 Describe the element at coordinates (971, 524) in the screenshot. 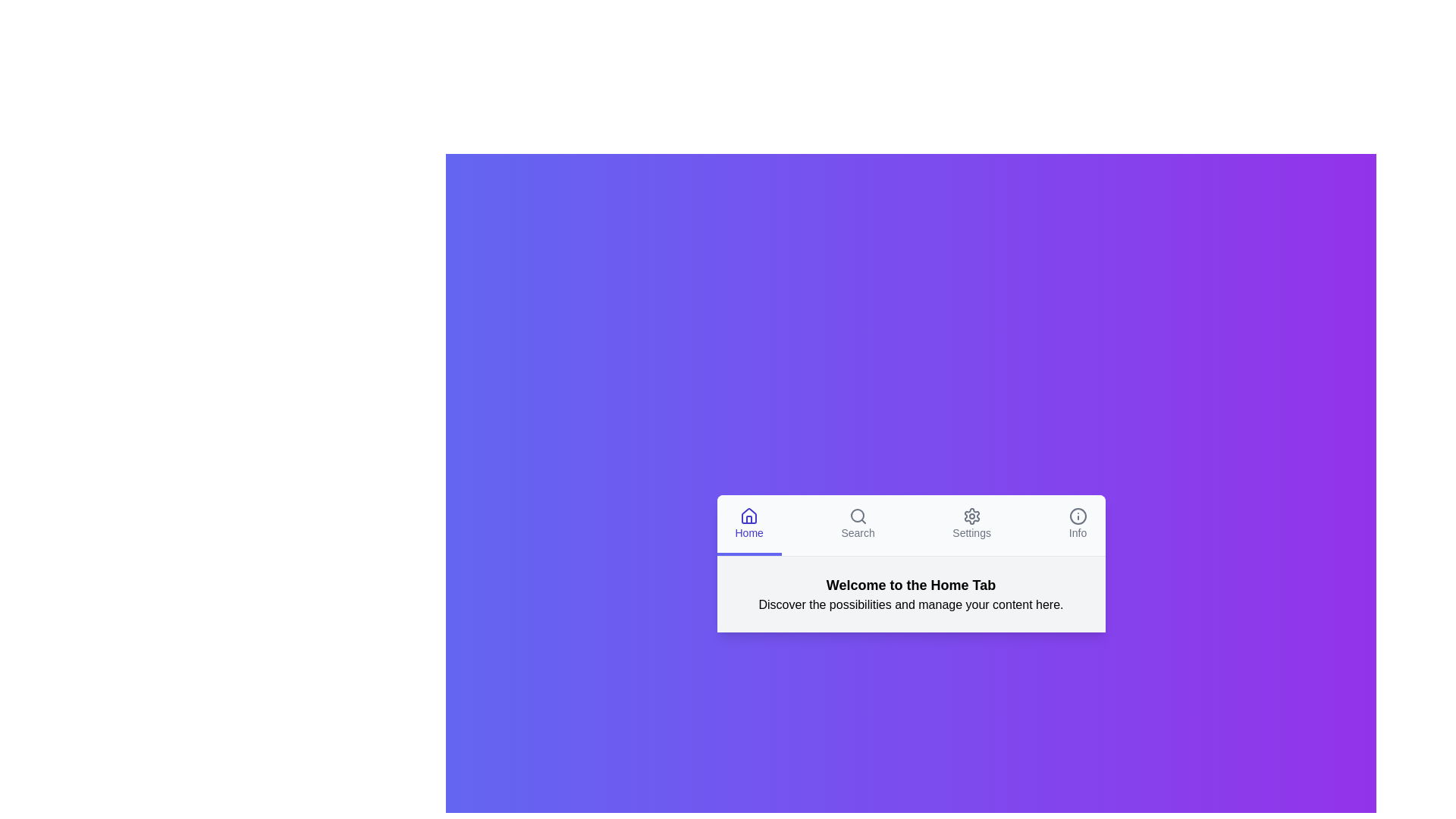

I see `the 'Settings' tab navigation item, which is the third tab from the left in the horizontal menu, featuring a gear icon and the text 'Settings'` at that location.